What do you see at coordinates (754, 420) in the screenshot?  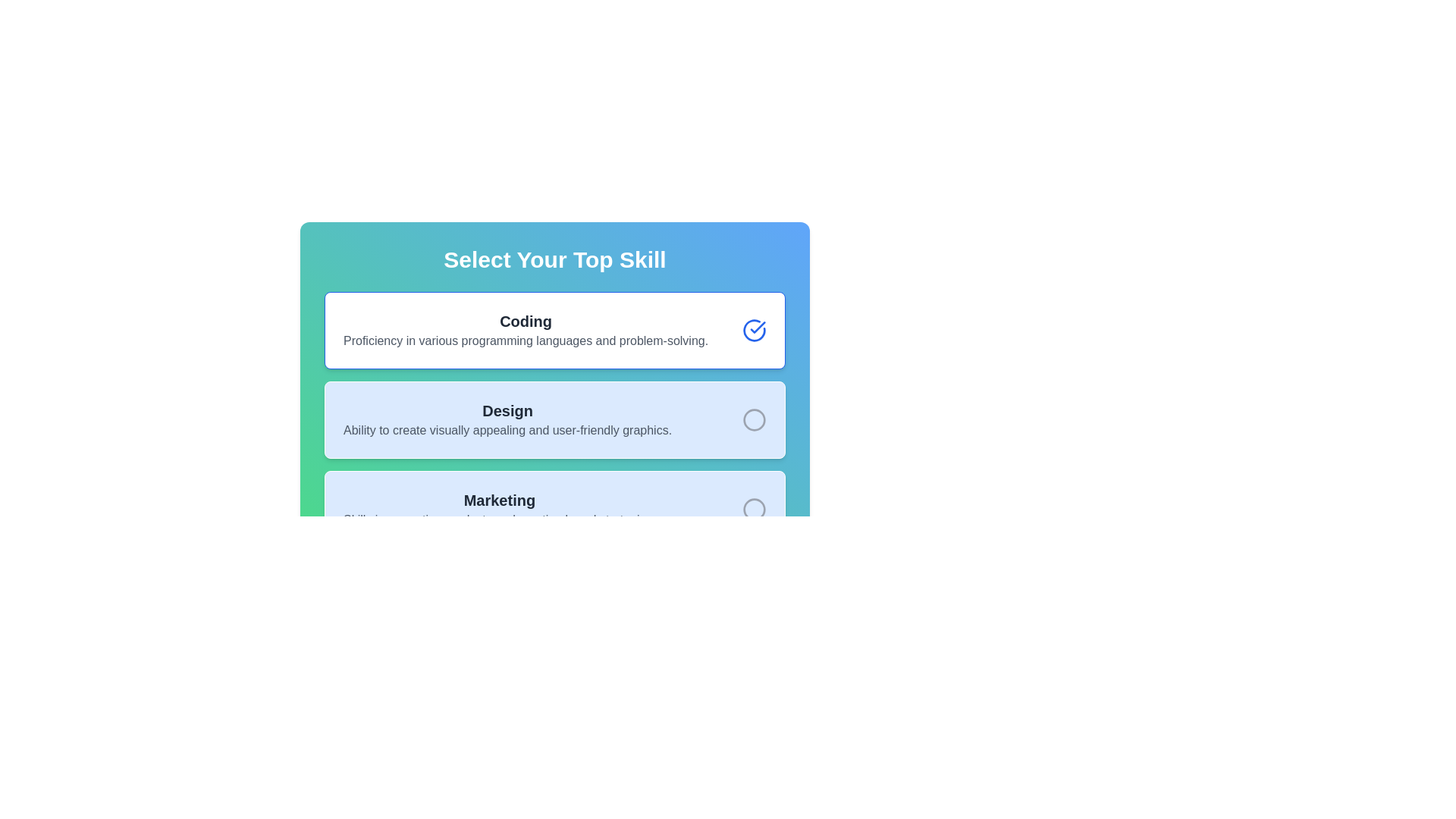 I see `the circular graphical indicator that is centered within the checkbox for the 'Design' skill option` at bounding box center [754, 420].